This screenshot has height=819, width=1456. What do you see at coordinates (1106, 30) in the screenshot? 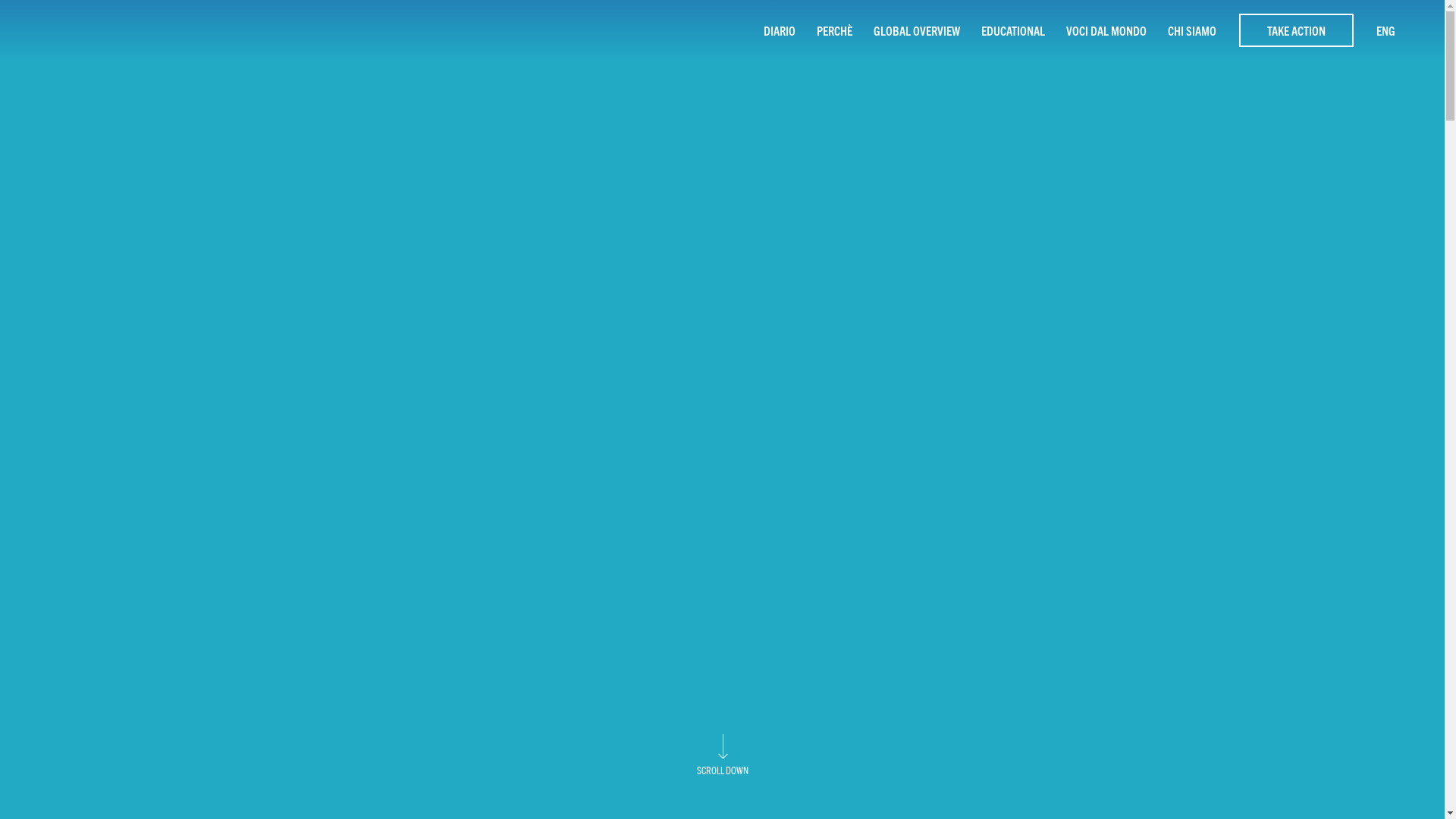
I see `'VOCI DAL MONDO'` at bounding box center [1106, 30].